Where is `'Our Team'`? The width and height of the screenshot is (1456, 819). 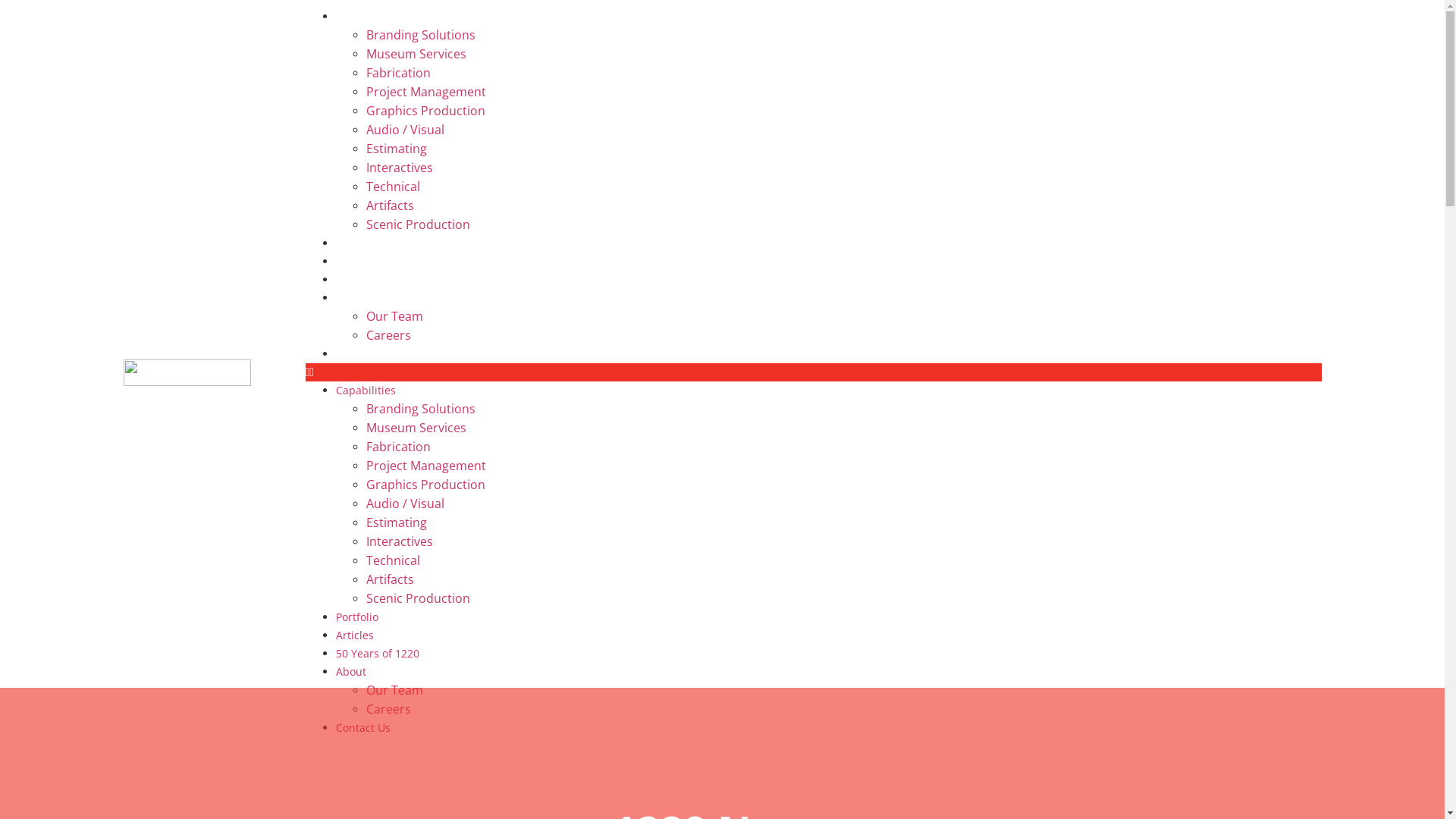 'Our Team' is located at coordinates (394, 315).